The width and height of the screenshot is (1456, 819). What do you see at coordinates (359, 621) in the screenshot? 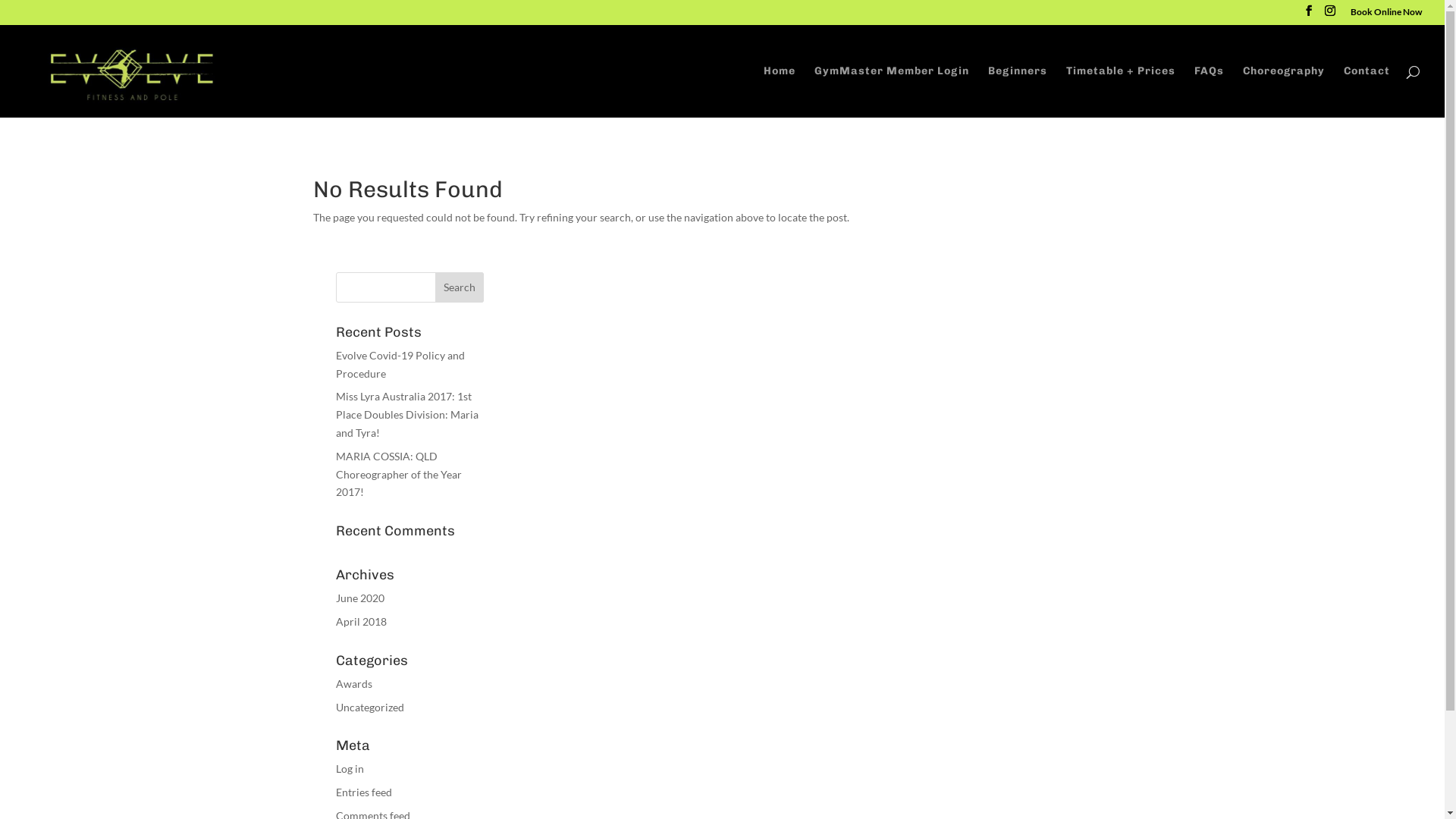
I see `'April 2018'` at bounding box center [359, 621].